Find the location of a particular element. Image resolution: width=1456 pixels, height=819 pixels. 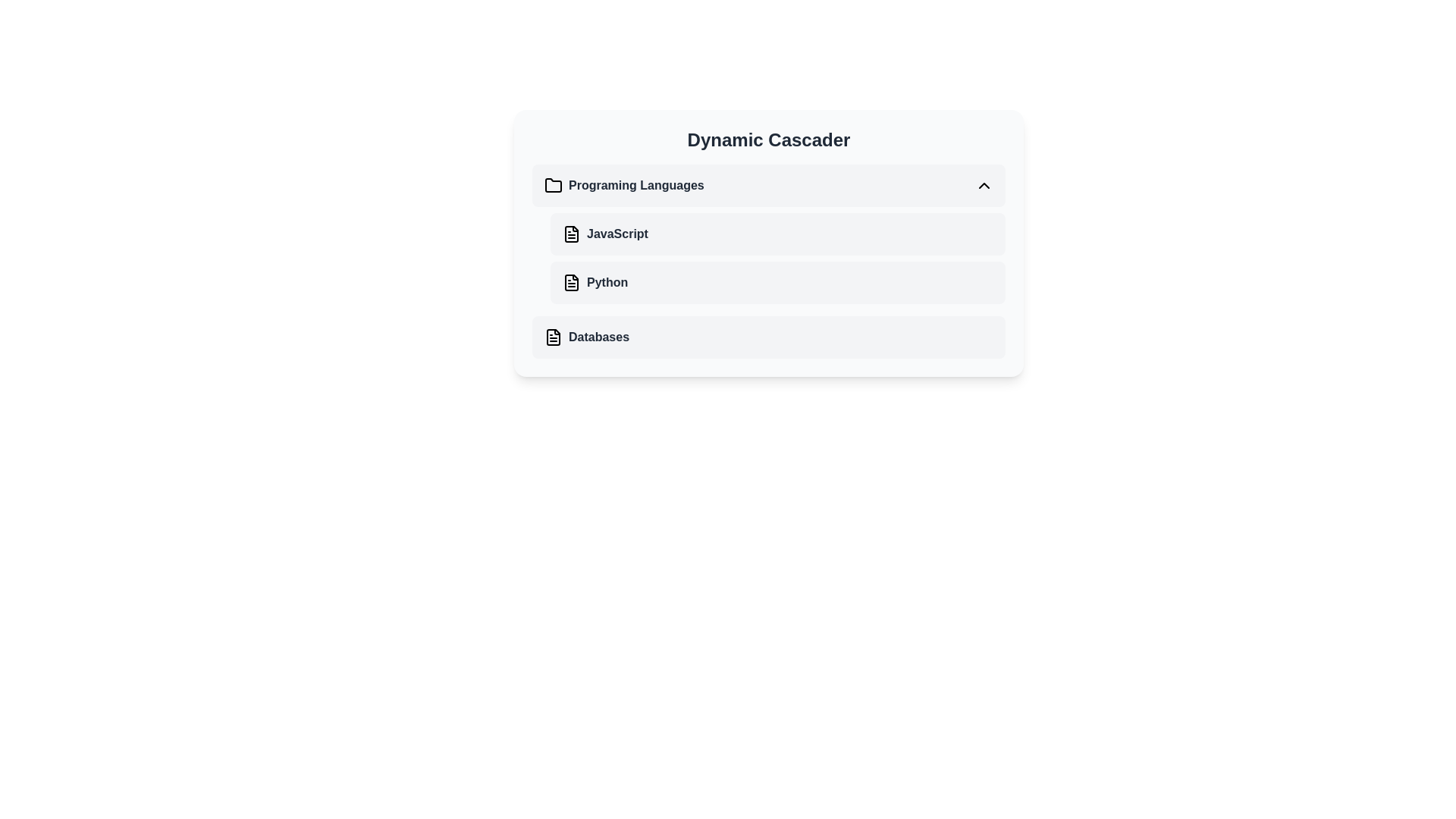

the second list item for the programming language Python in the 'Dynamic Cascader' menu is located at coordinates (595, 283).